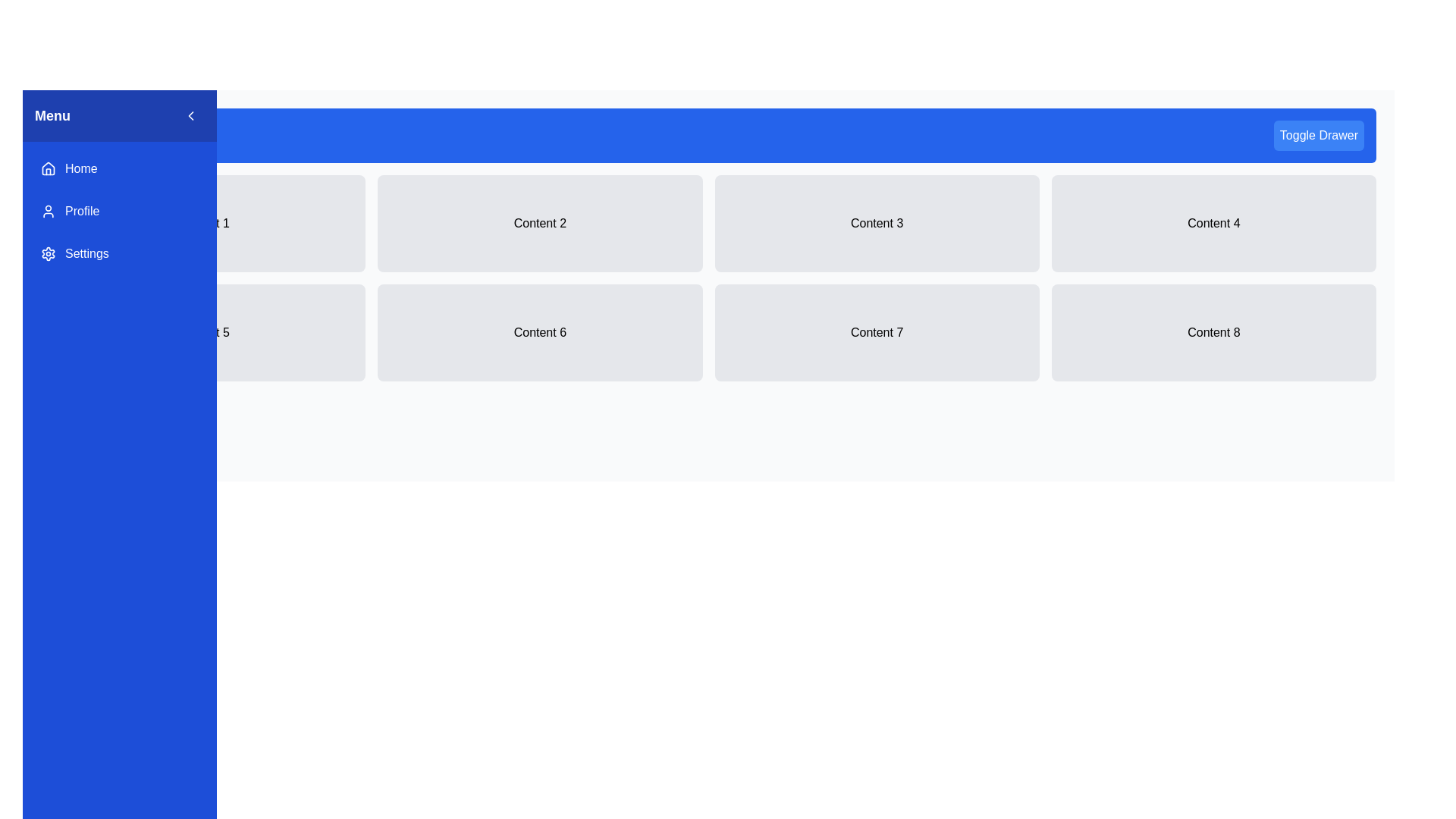 The image size is (1456, 819). Describe the element at coordinates (1213, 332) in the screenshot. I see `the box-like grid item displaying 'Content 8', located in the fourth column of the second row in a 4x2 grid layout` at that location.